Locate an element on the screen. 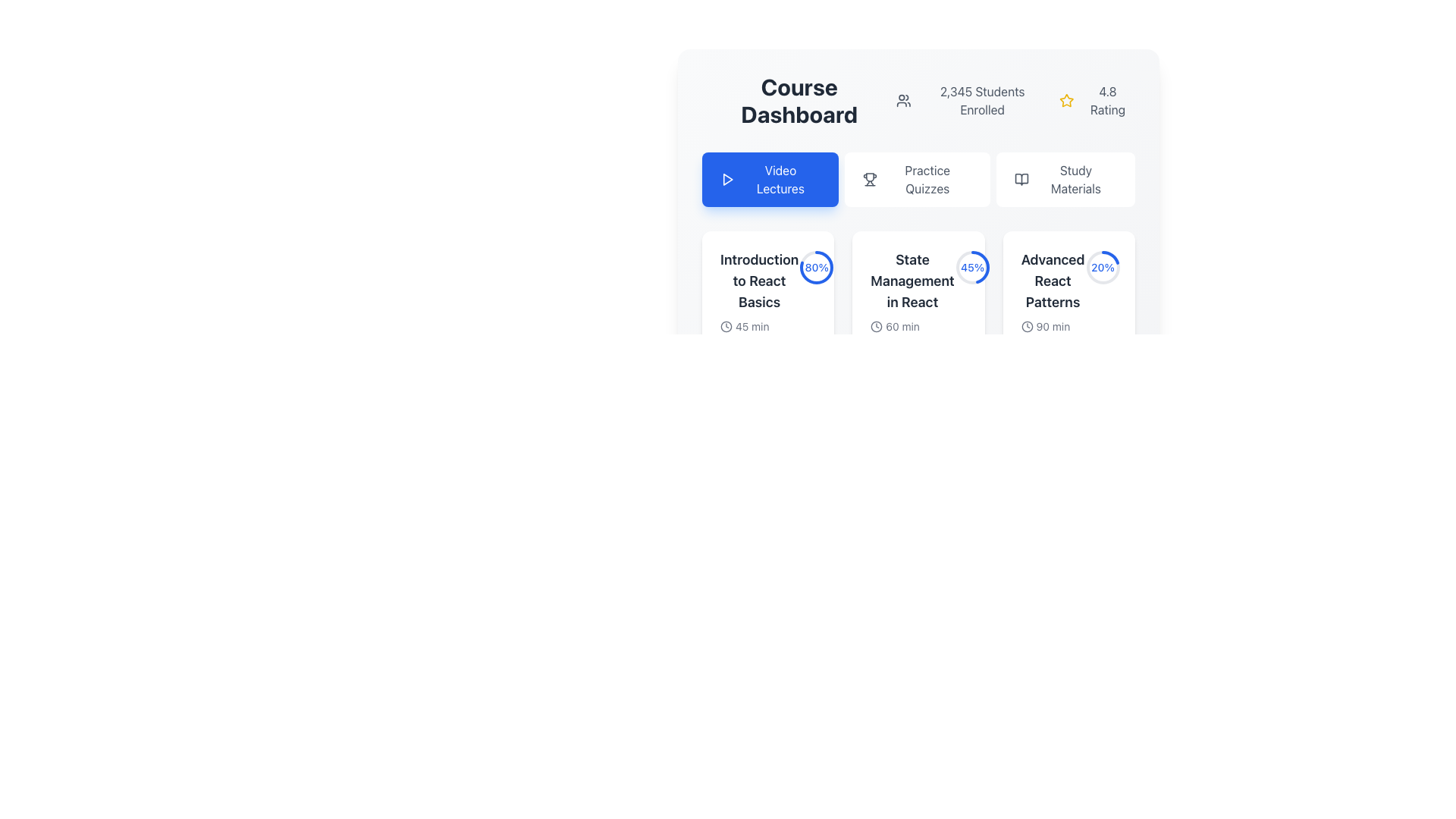  the progress percentage of the Information Card that provides details about the course 'State Management in React', which is the second card in a group of four cards located in the lower section of the page is located at coordinates (918, 326).